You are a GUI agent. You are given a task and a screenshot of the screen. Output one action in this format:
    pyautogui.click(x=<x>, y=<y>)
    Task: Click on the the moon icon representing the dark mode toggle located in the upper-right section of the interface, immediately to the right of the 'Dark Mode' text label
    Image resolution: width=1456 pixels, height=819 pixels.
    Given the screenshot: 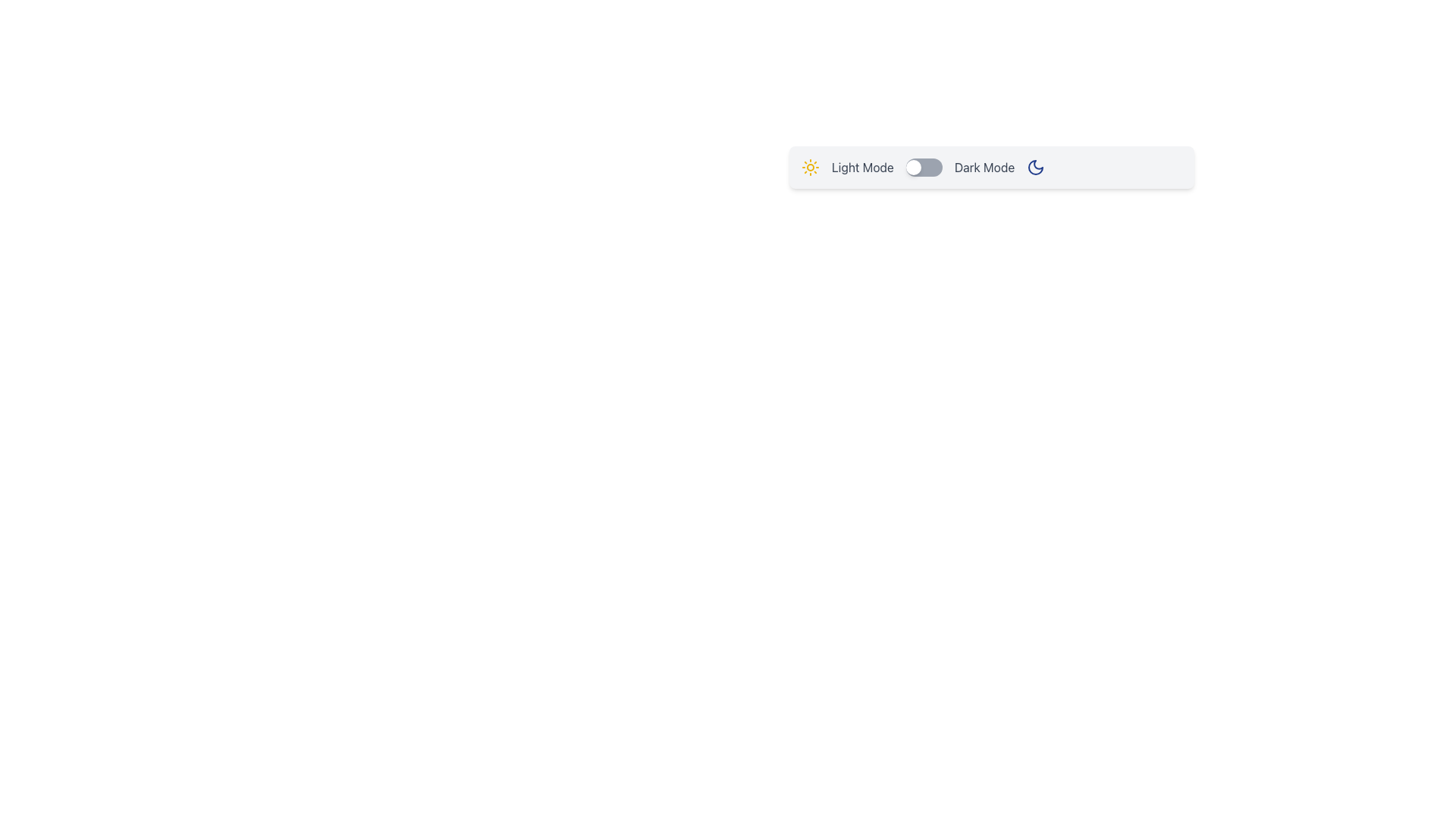 What is the action you would take?
    pyautogui.click(x=1035, y=167)
    